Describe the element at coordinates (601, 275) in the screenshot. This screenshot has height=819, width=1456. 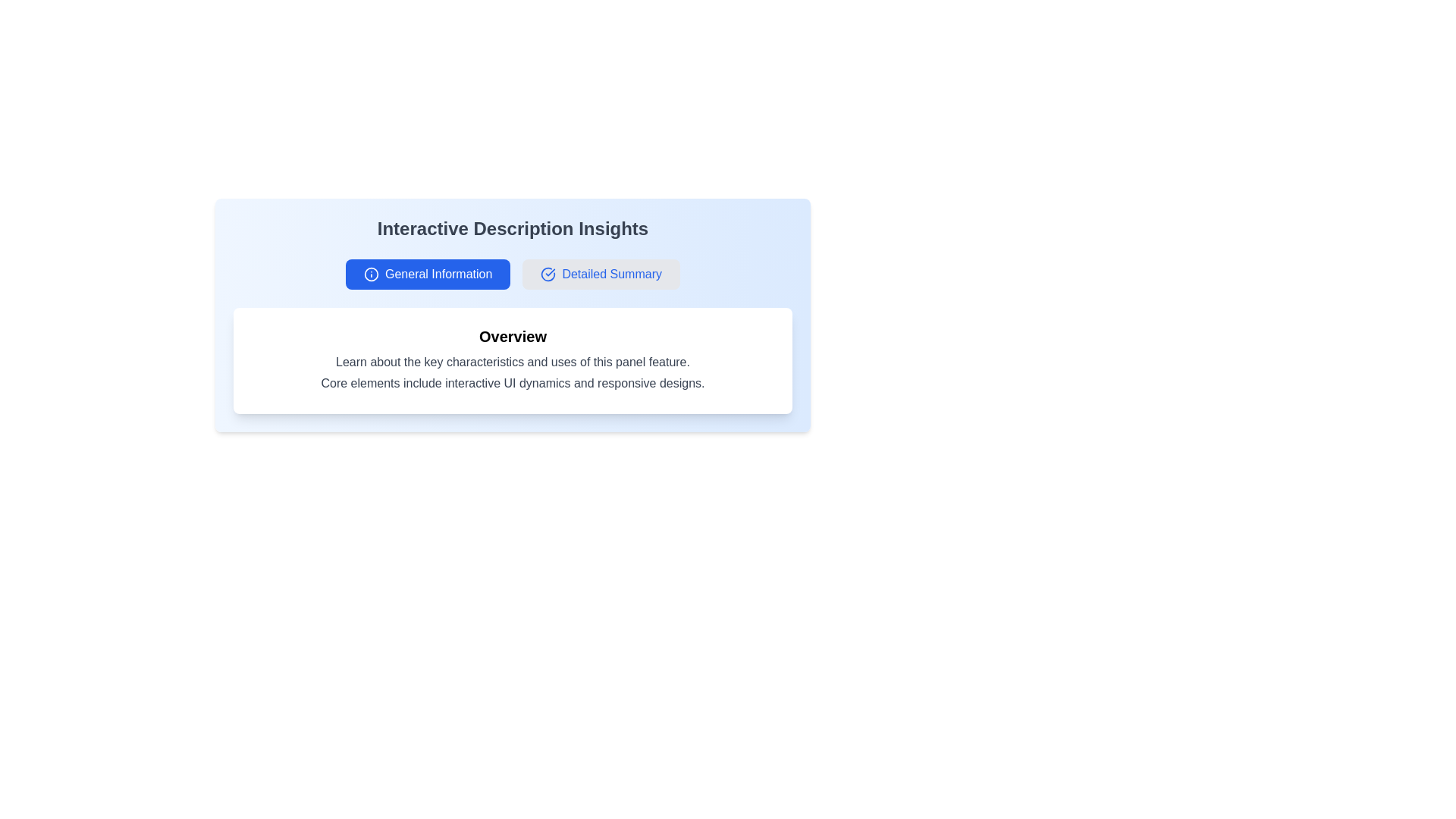
I see `the 'Detailed Summary' button, which is a rounded rectangular button with a light gray background and a blue check mark icon to the left of the label` at that location.